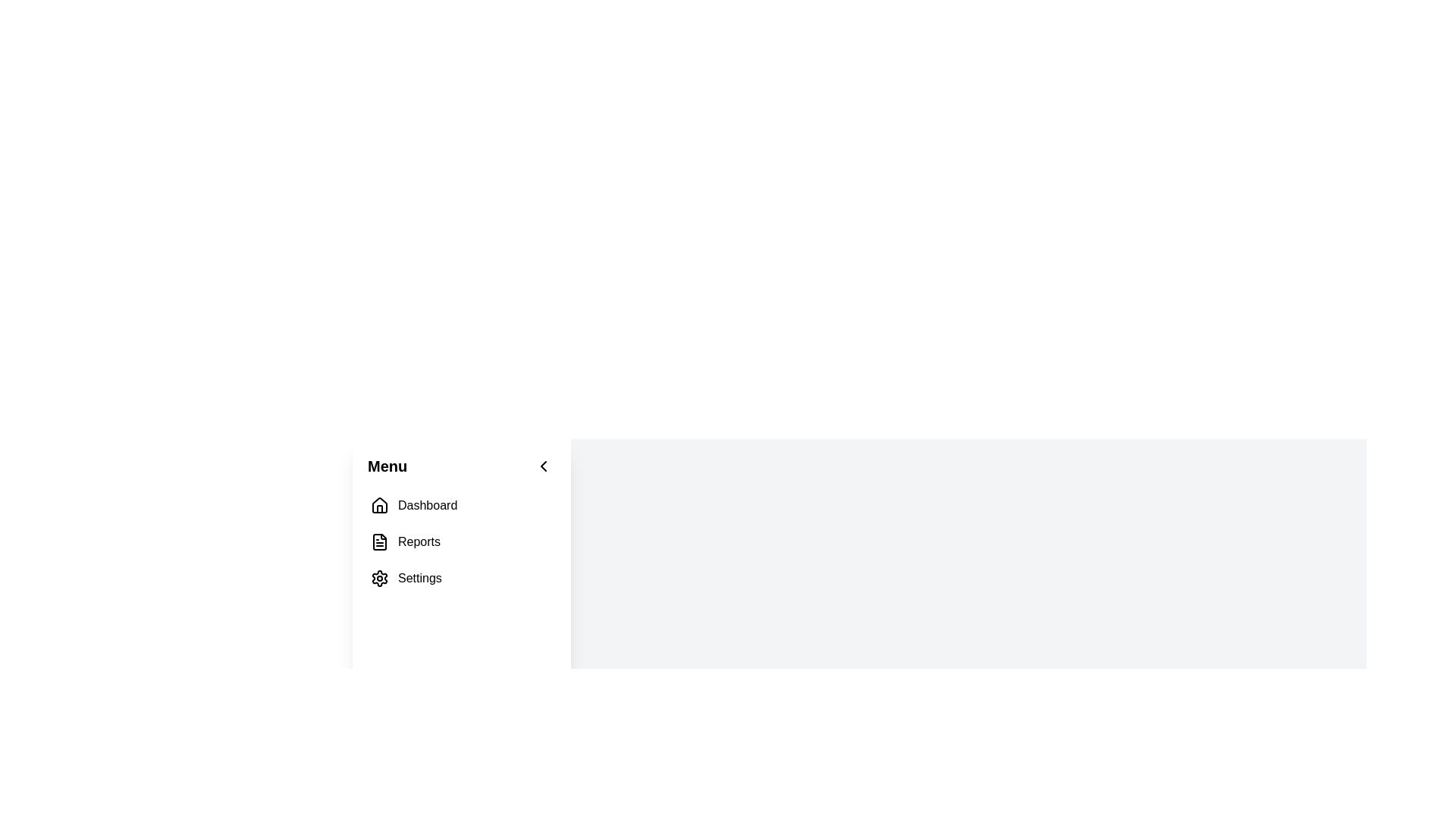 The width and height of the screenshot is (1456, 819). Describe the element at coordinates (379, 541) in the screenshot. I see `the 'Reports' file icon in the left navigation menu` at that location.